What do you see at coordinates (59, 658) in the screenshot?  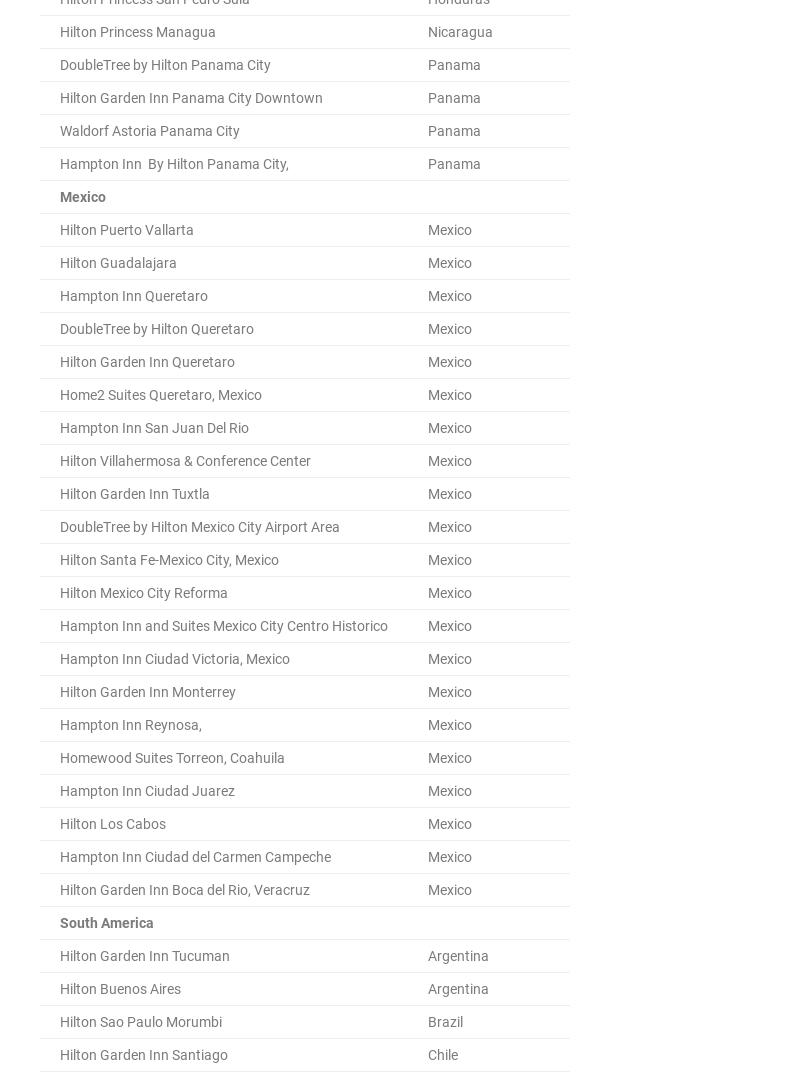 I see `'Hampton Inn Ciudad Victoria, Mexico'` at bounding box center [59, 658].